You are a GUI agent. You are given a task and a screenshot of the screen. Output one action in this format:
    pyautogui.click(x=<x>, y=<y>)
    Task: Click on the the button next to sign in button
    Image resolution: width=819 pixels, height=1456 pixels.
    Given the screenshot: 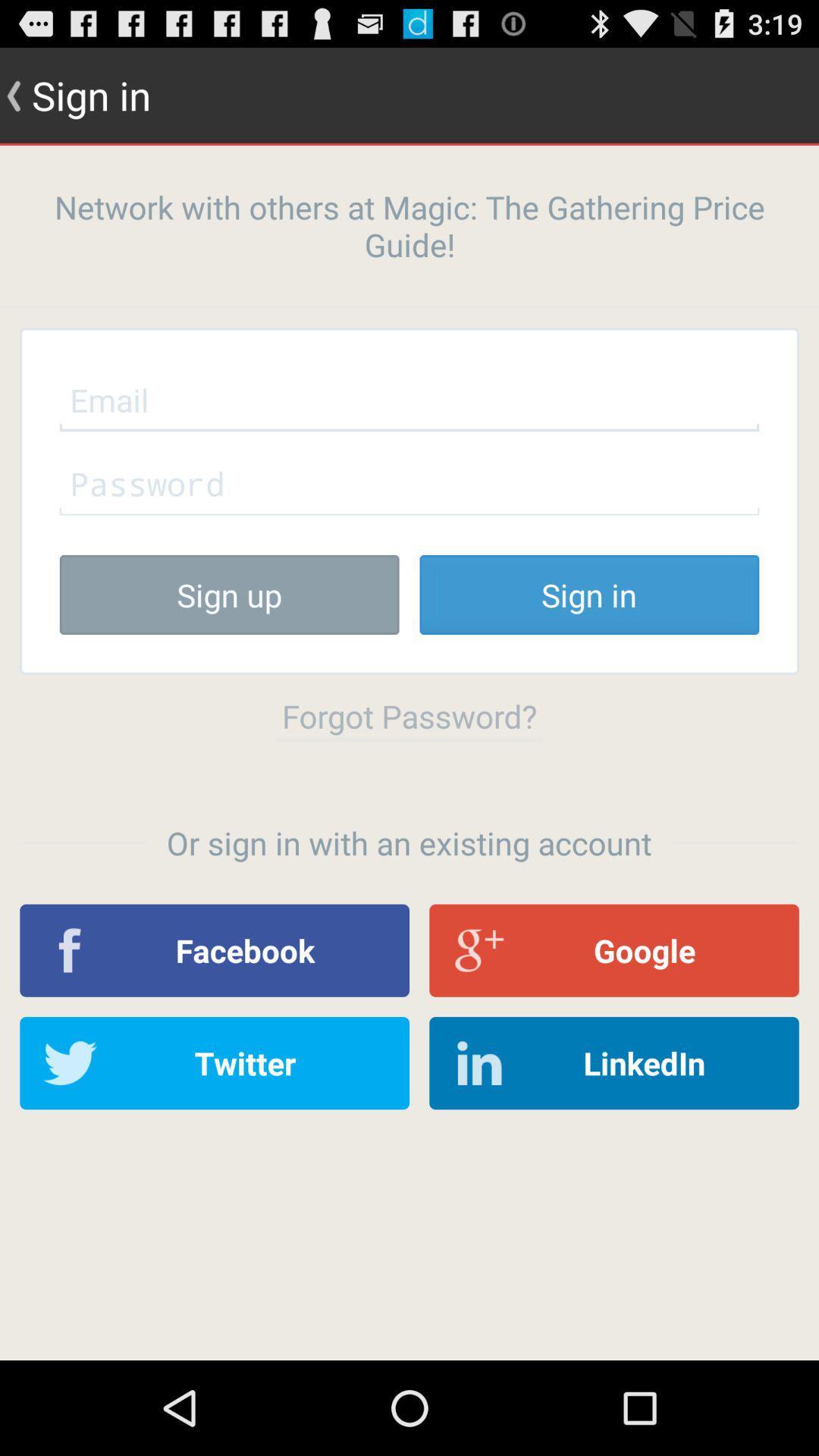 What is the action you would take?
    pyautogui.click(x=229, y=594)
    